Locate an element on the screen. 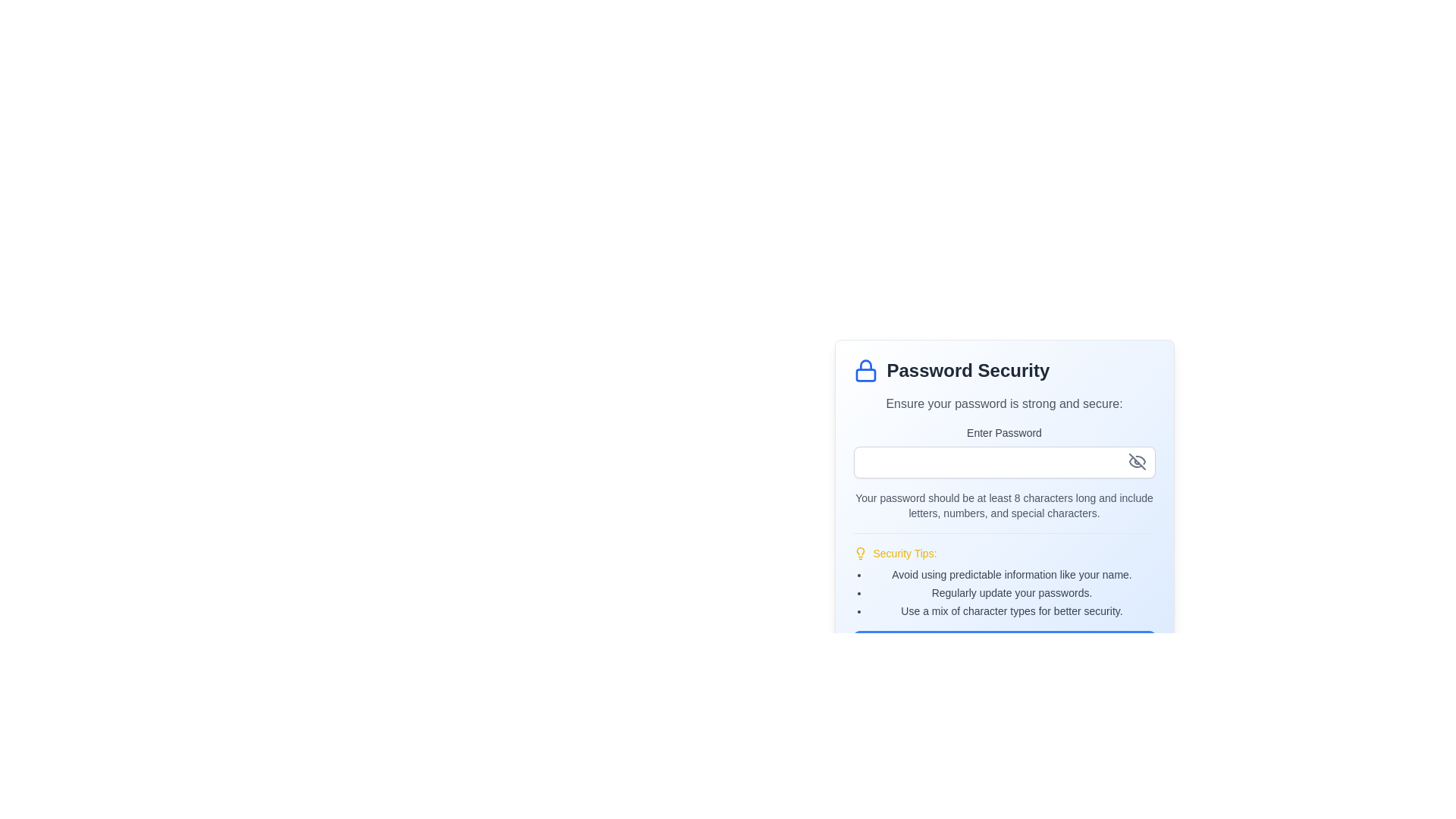  the blue lock icon located at the beginning of the 'Password Security' heading, which is positioned to the left of the section title text is located at coordinates (865, 371).